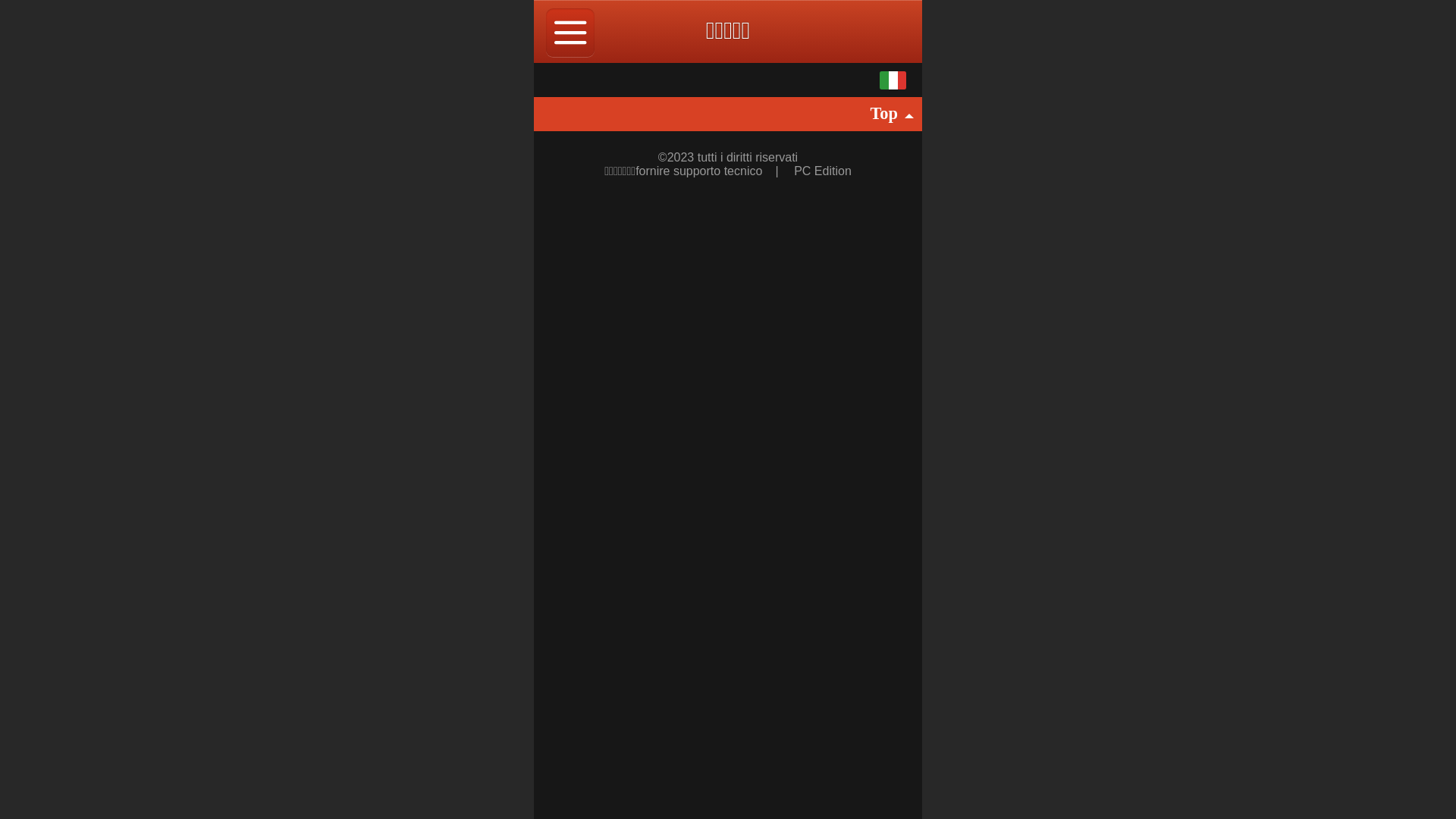 Image resolution: width=1456 pixels, height=819 pixels. I want to click on 'PC Edition', so click(792, 171).